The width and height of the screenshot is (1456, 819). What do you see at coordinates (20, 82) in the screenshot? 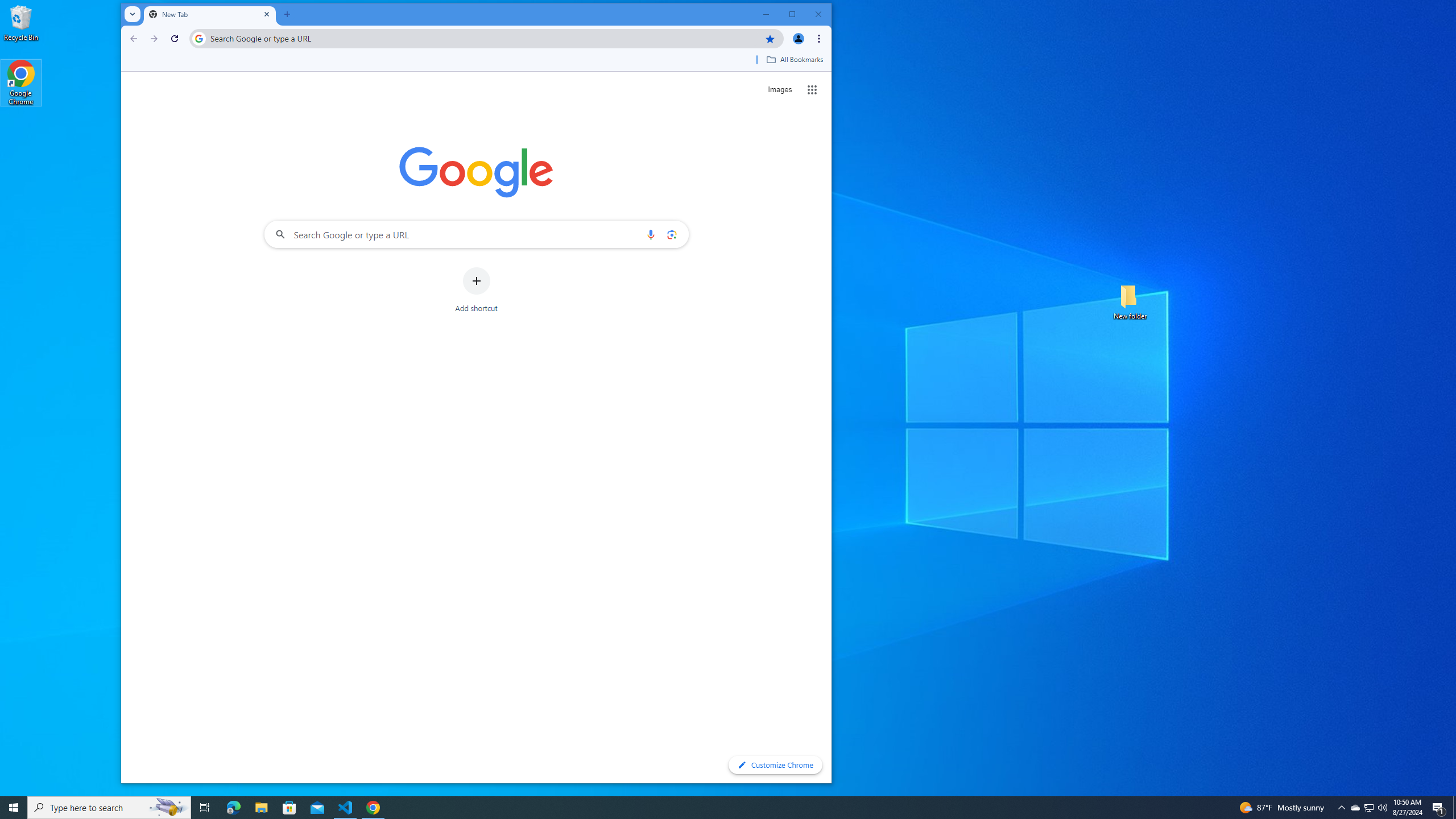
I see `'Google Chrome'` at bounding box center [20, 82].